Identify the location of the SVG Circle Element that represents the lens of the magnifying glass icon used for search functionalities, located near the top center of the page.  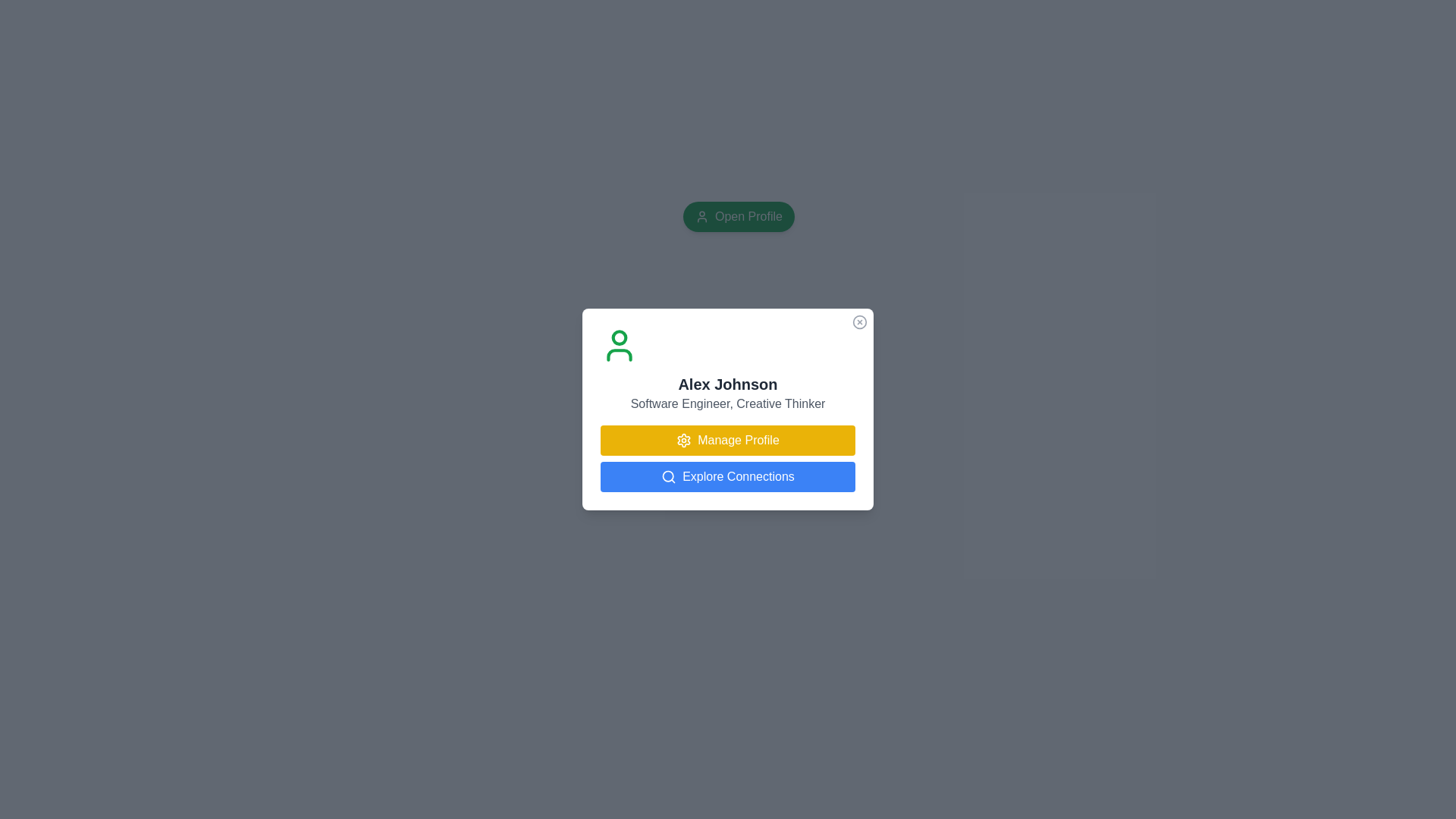
(667, 475).